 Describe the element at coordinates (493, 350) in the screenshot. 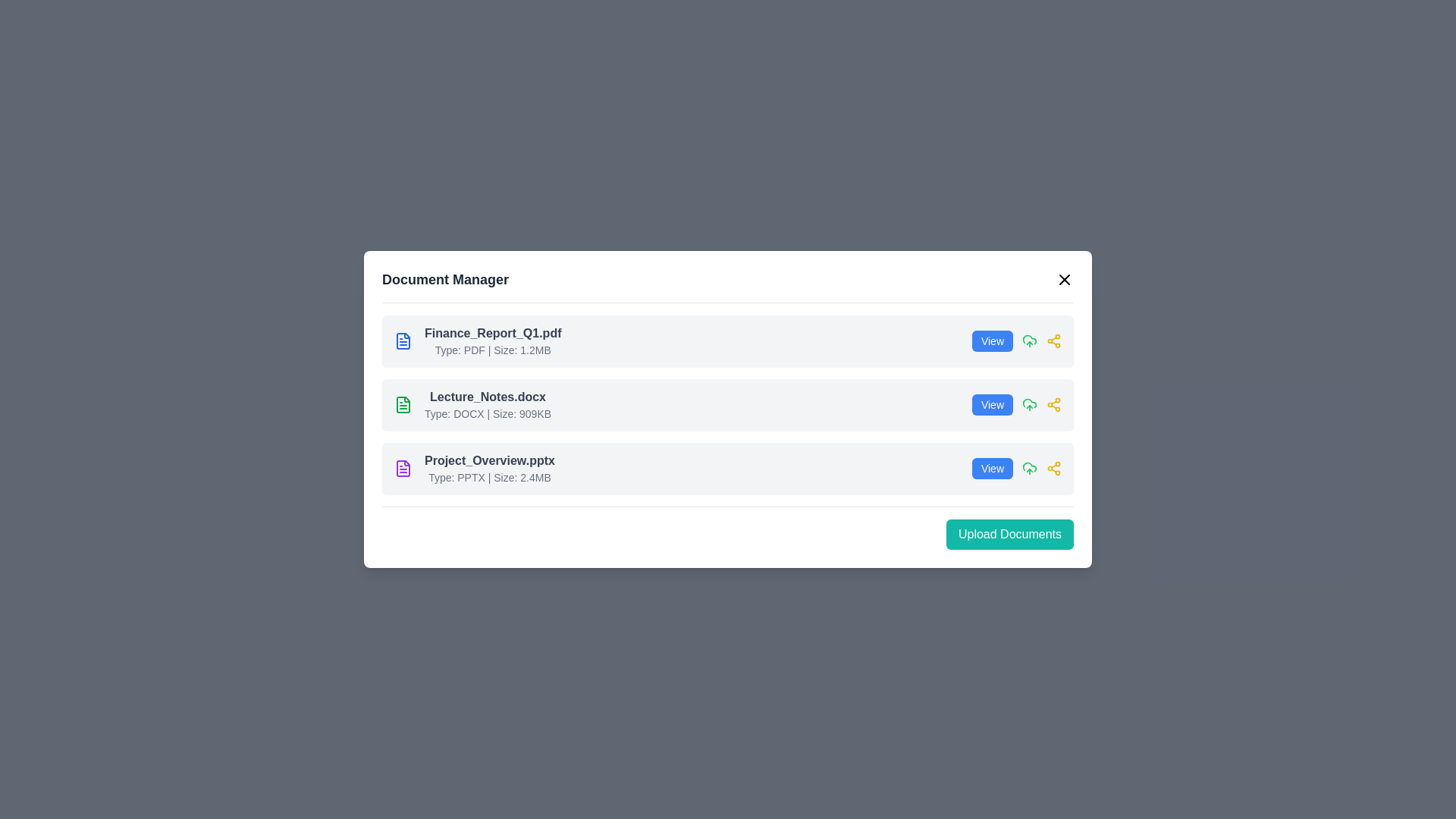

I see `the text label that informs users about the type and size of the file 'Finance_Report_Q1.pdf', located directly beneath the file name in the first row of the file listing interface` at that location.